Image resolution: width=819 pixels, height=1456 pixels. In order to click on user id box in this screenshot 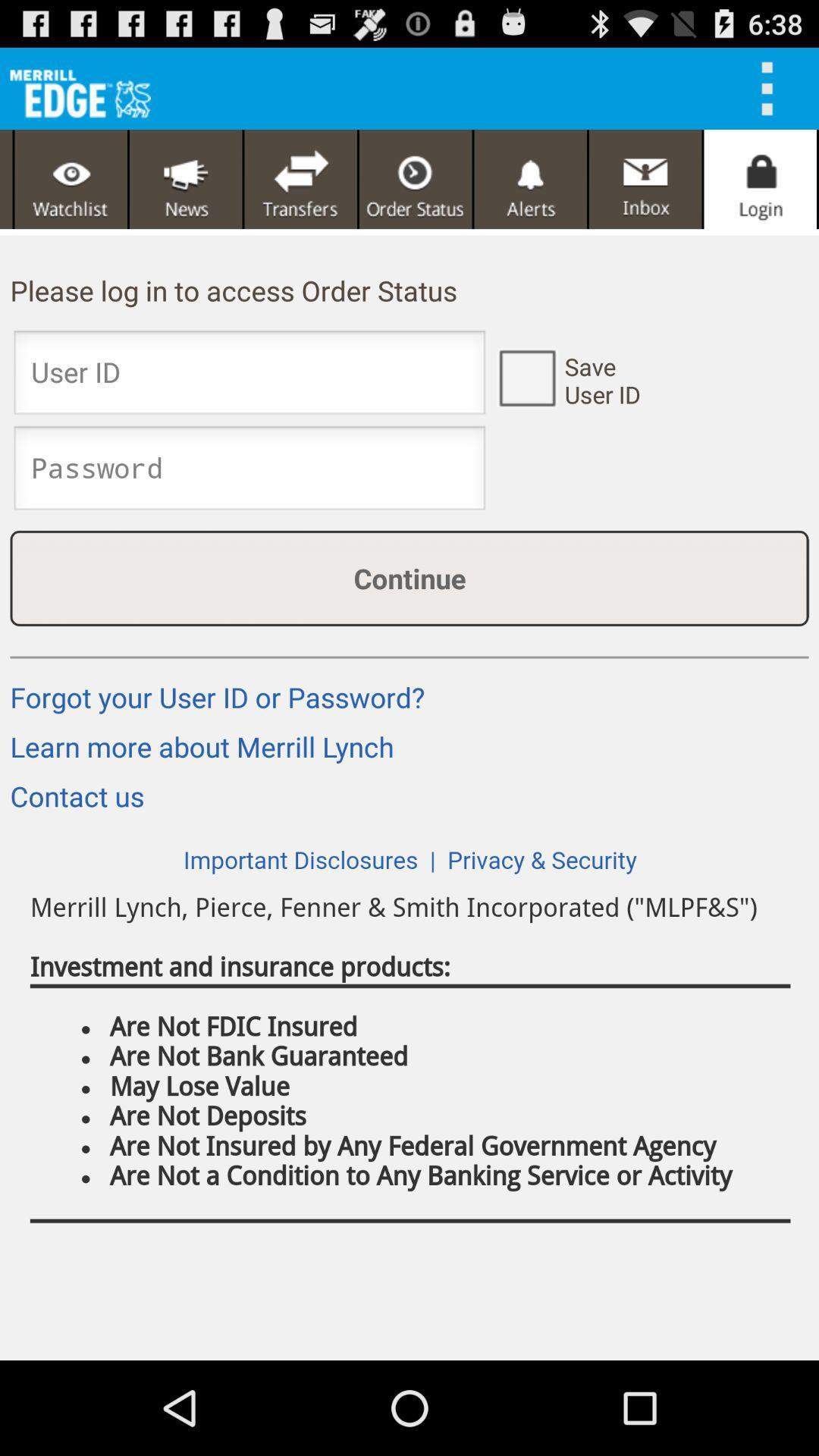, I will do `click(249, 377)`.